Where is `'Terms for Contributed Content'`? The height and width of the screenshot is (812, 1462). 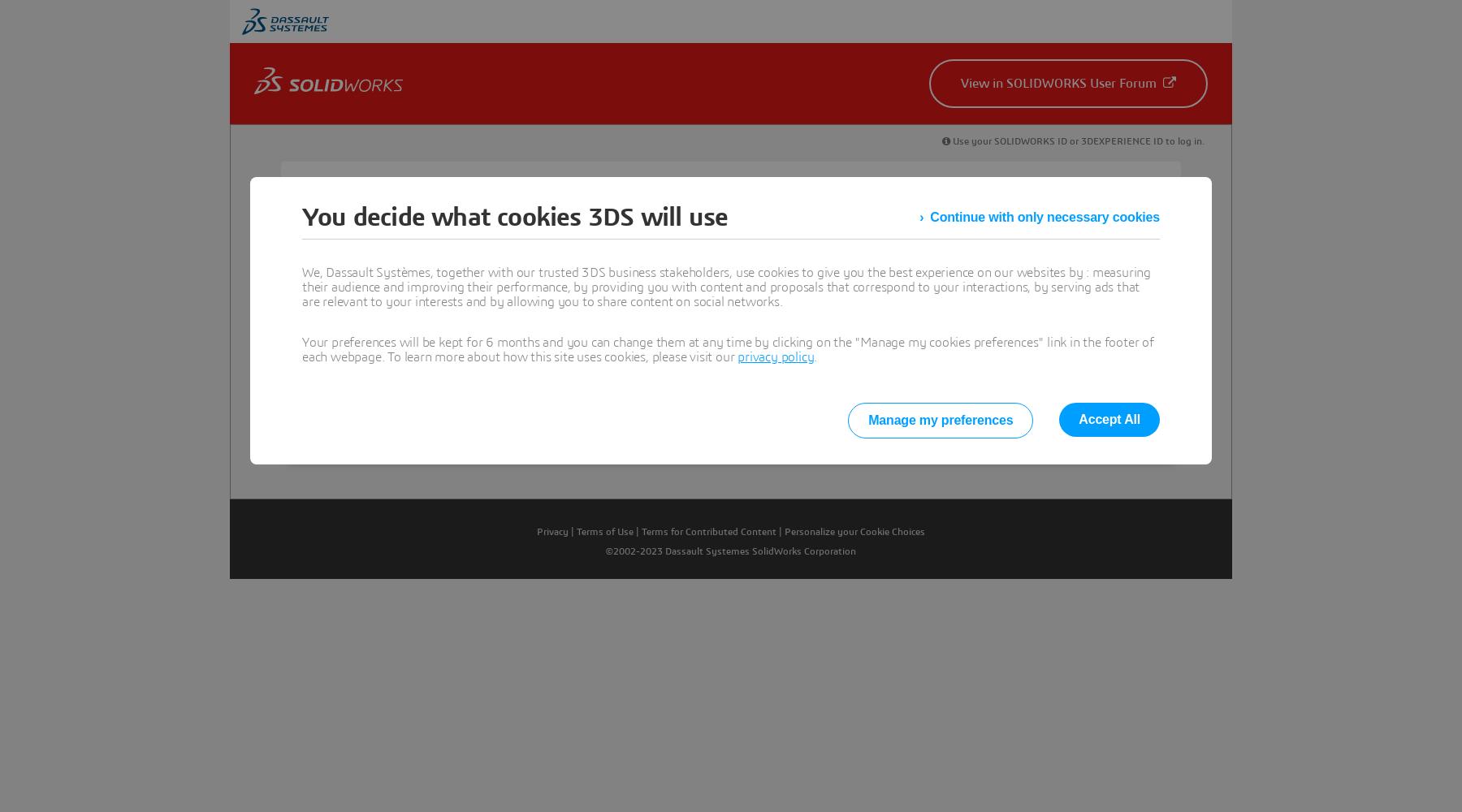 'Terms for Contributed Content' is located at coordinates (710, 531).